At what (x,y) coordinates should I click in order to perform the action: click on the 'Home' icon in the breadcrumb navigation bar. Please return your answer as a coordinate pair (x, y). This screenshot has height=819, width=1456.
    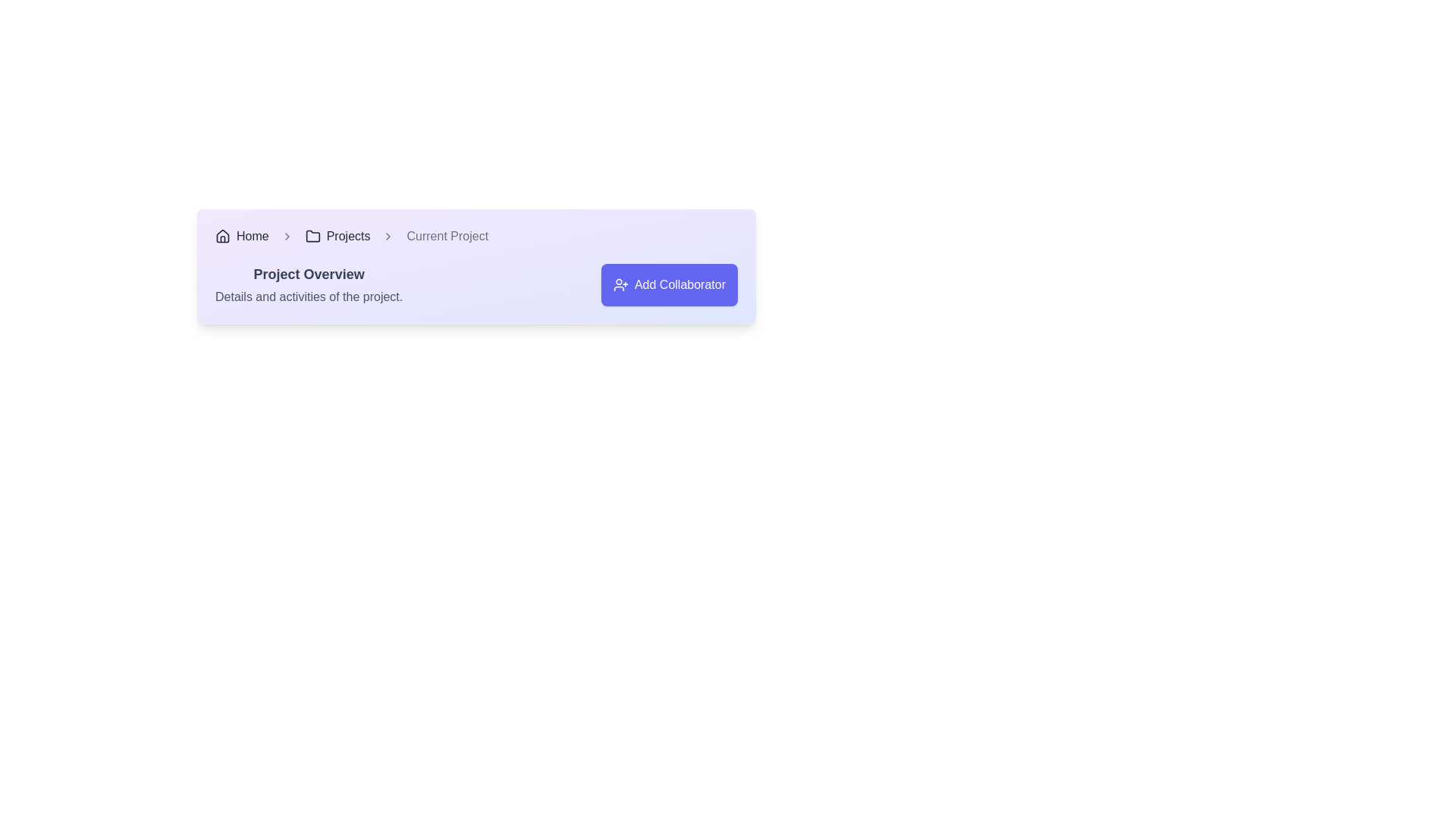
    Looking at the image, I should click on (221, 237).